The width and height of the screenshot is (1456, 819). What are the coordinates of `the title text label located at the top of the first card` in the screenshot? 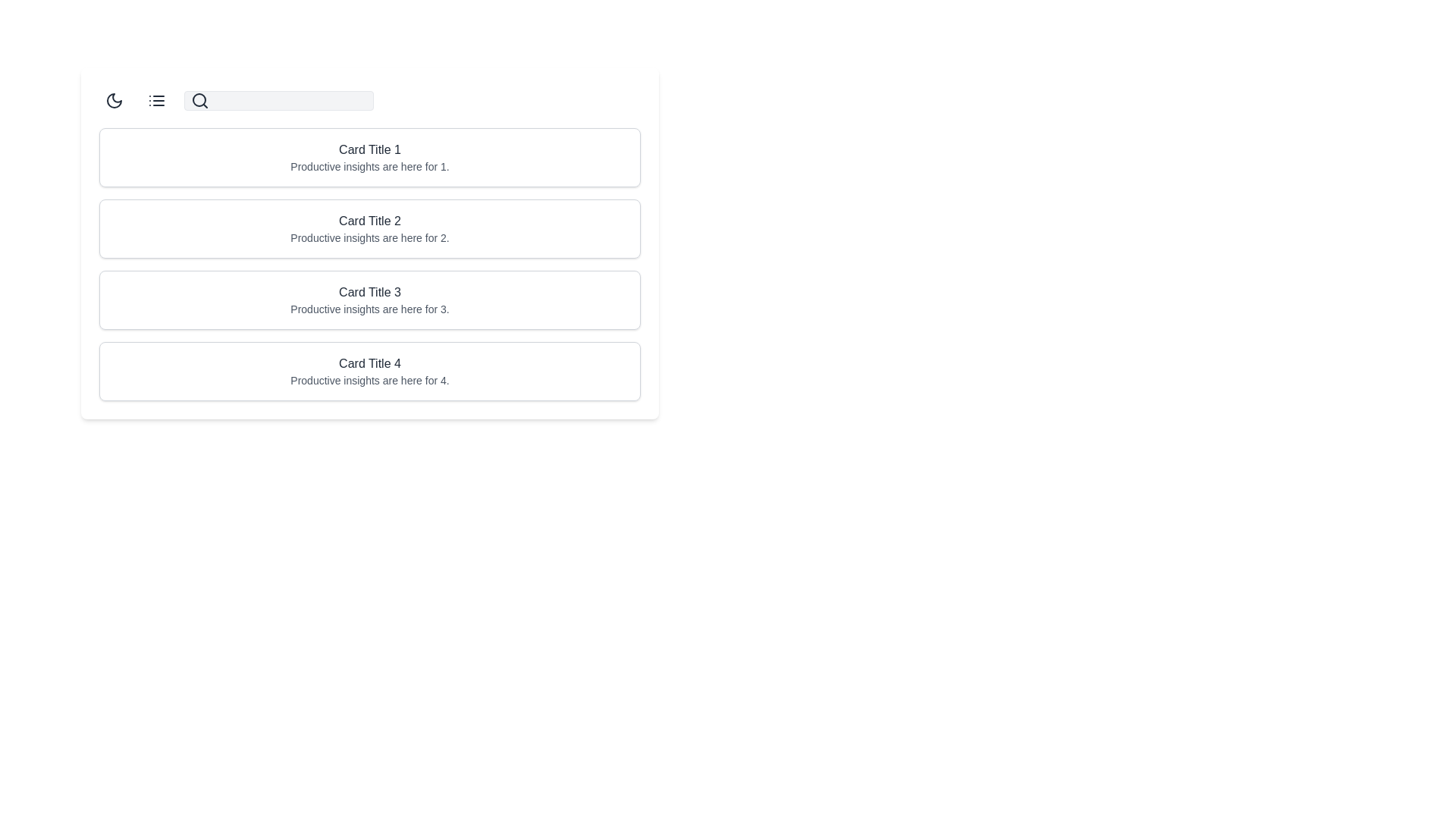 It's located at (370, 149).